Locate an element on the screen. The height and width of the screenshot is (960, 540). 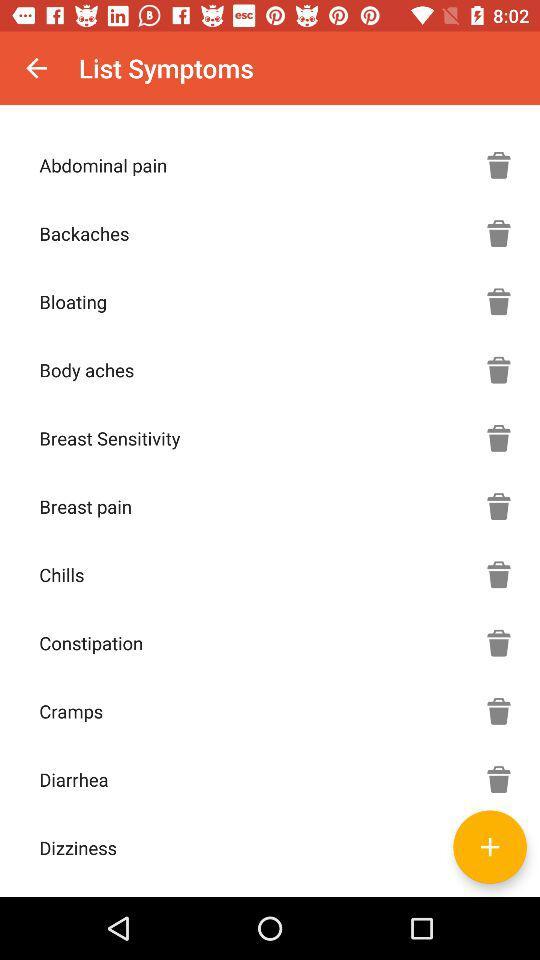
delet option is located at coordinates (498, 438).